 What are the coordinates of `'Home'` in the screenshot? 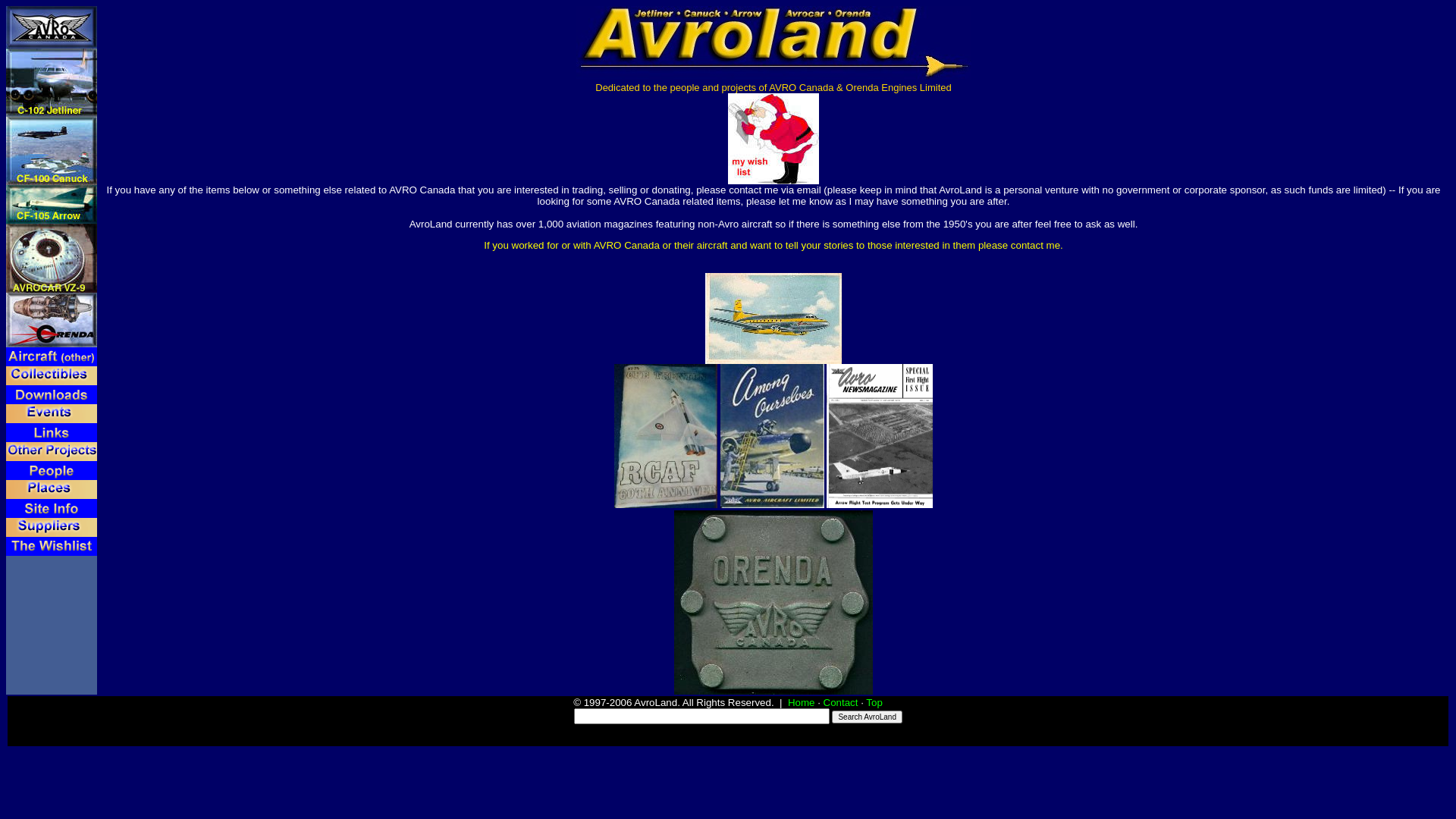 It's located at (787, 702).